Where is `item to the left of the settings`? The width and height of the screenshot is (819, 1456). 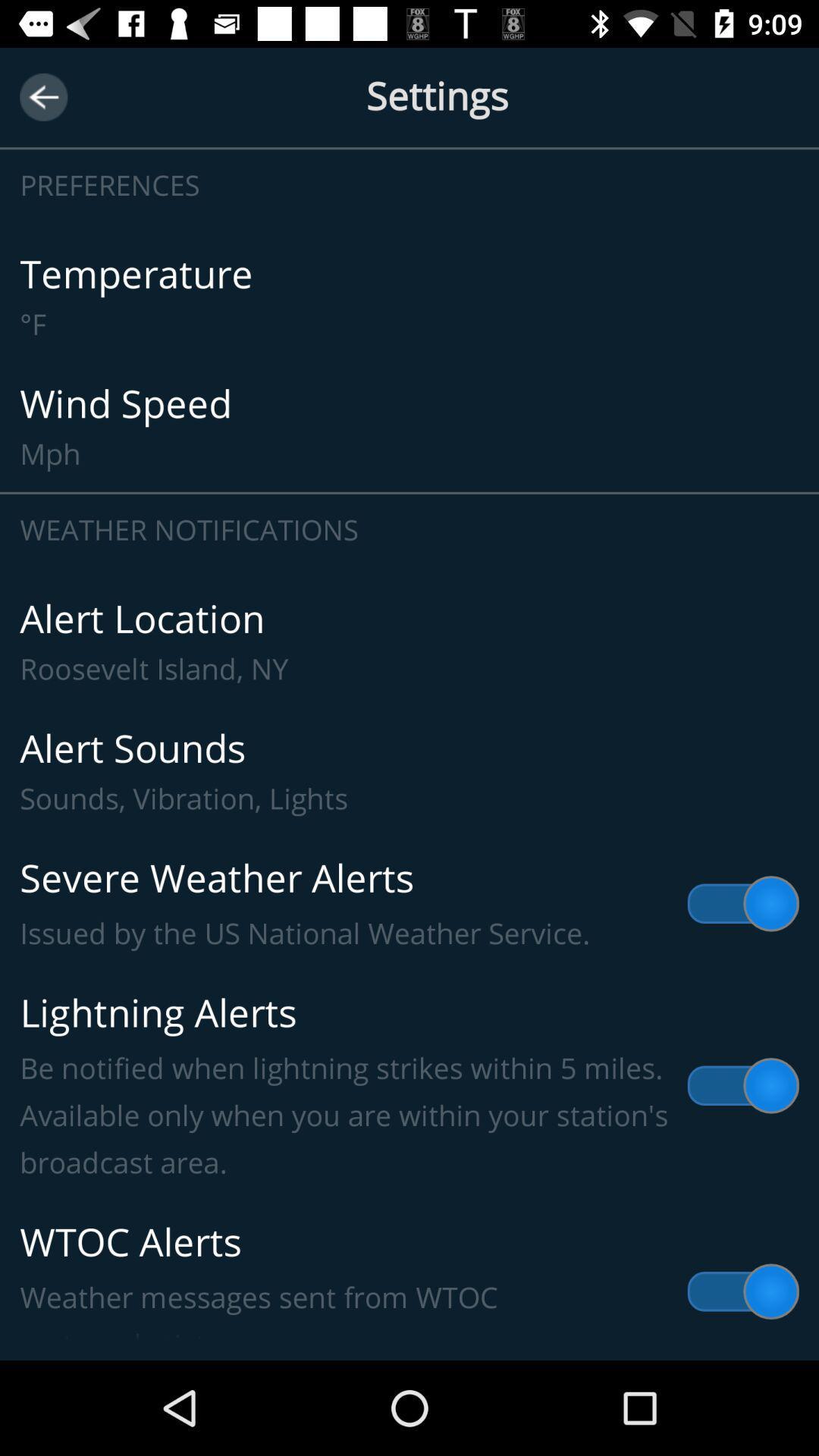 item to the left of the settings is located at coordinates (42, 96).